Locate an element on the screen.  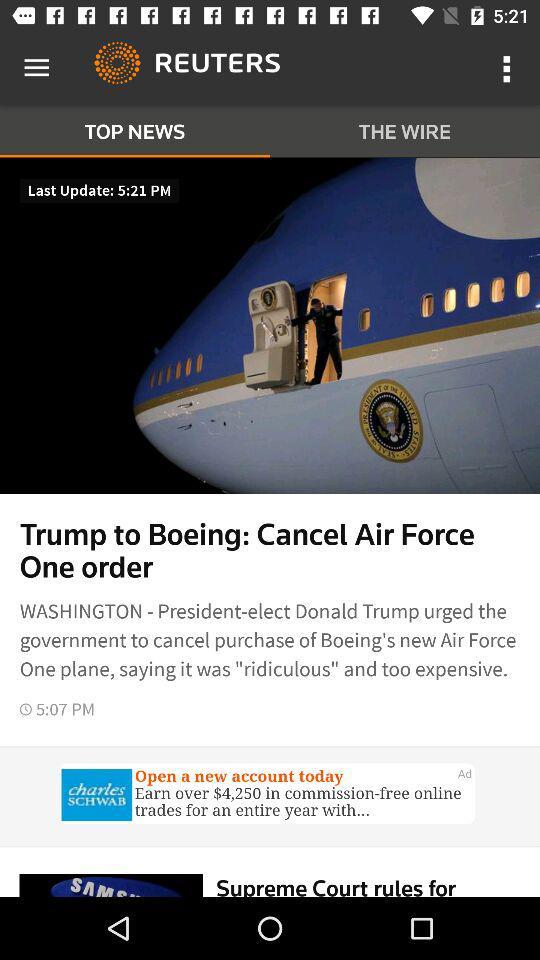
advertisement is located at coordinates (270, 796).